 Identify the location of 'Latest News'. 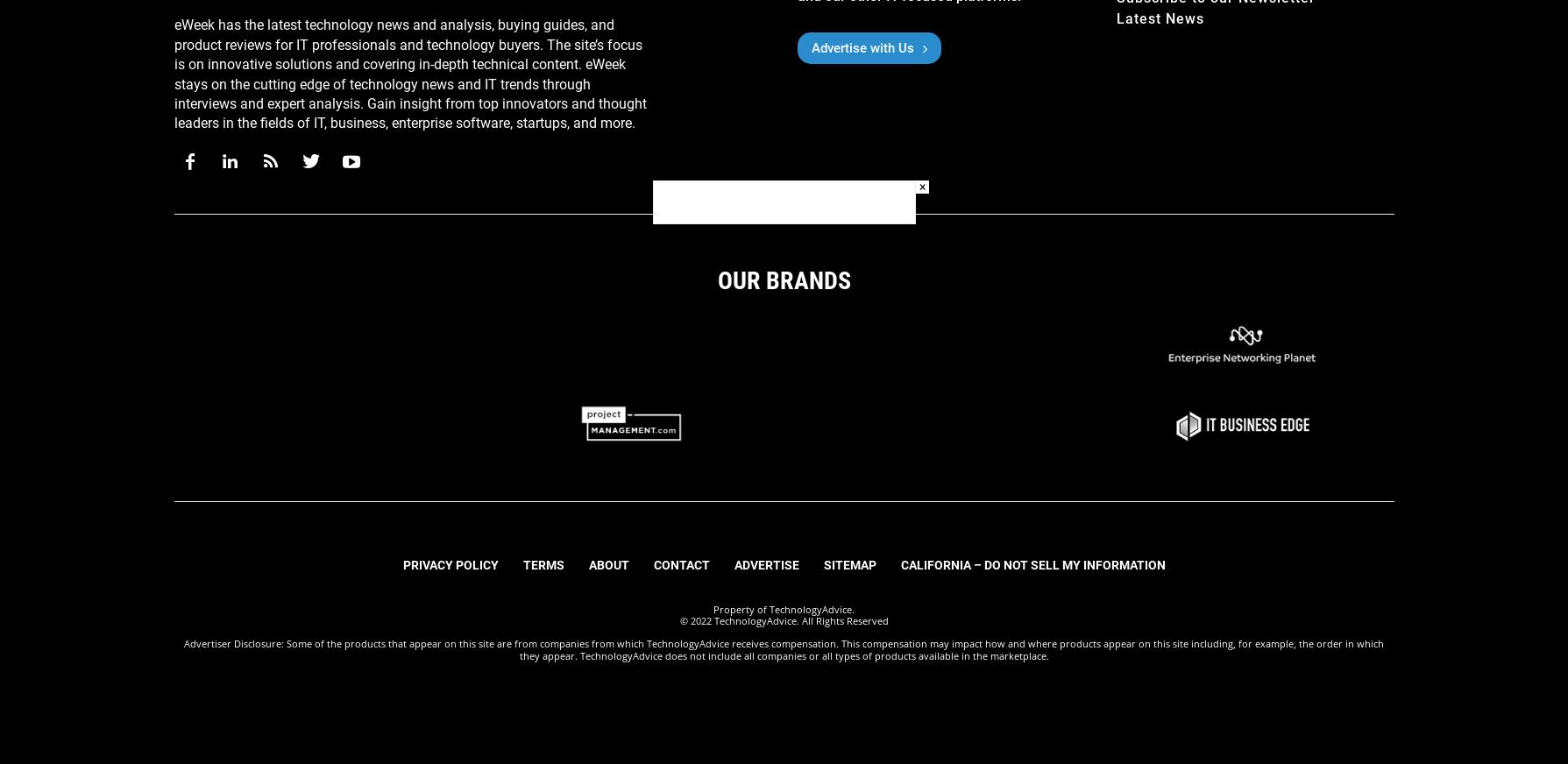
(1116, 18).